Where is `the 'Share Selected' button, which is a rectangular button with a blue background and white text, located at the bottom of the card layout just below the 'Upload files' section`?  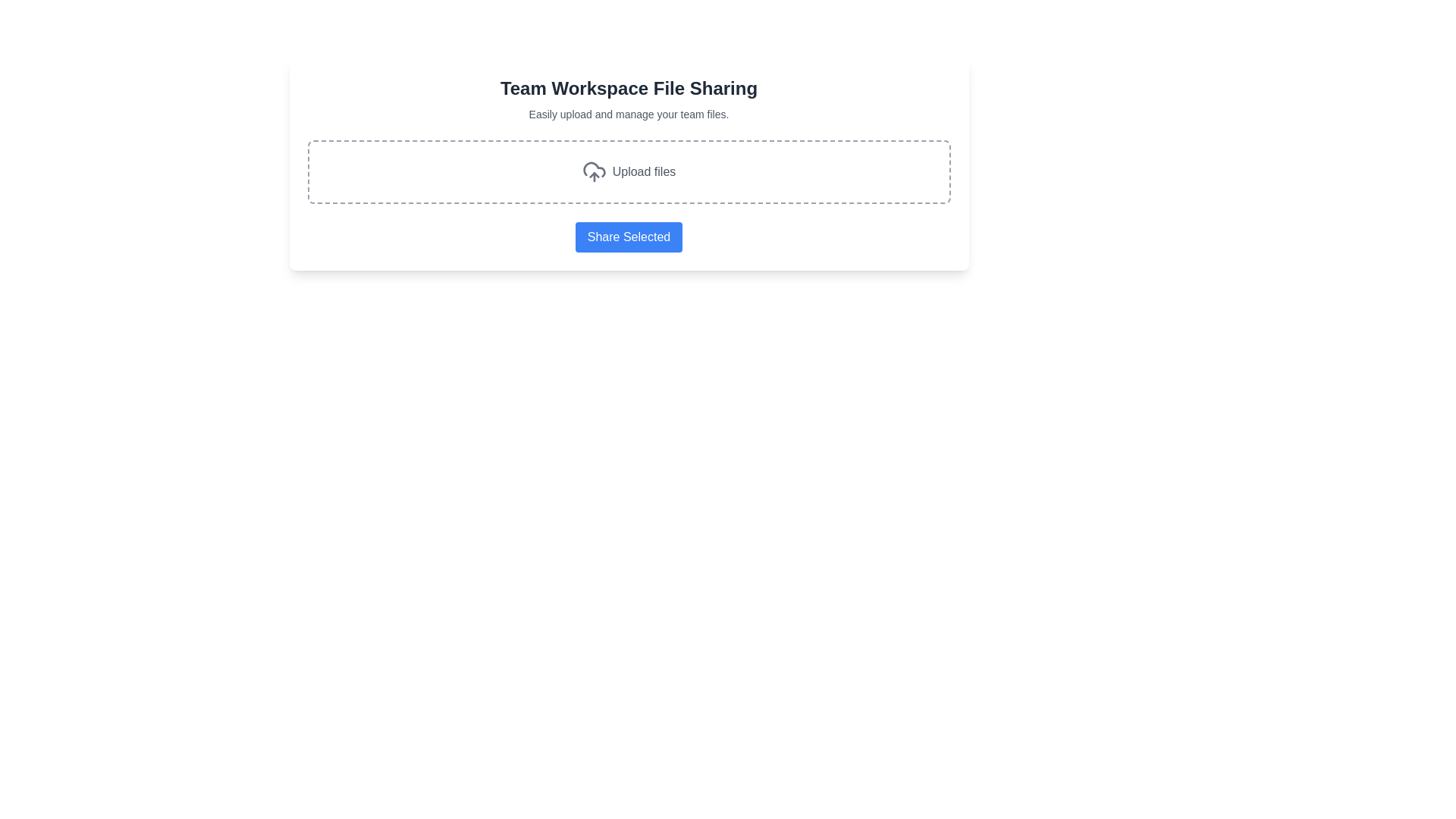 the 'Share Selected' button, which is a rectangular button with a blue background and white text, located at the bottom of the card layout just below the 'Upload files' section is located at coordinates (629, 237).